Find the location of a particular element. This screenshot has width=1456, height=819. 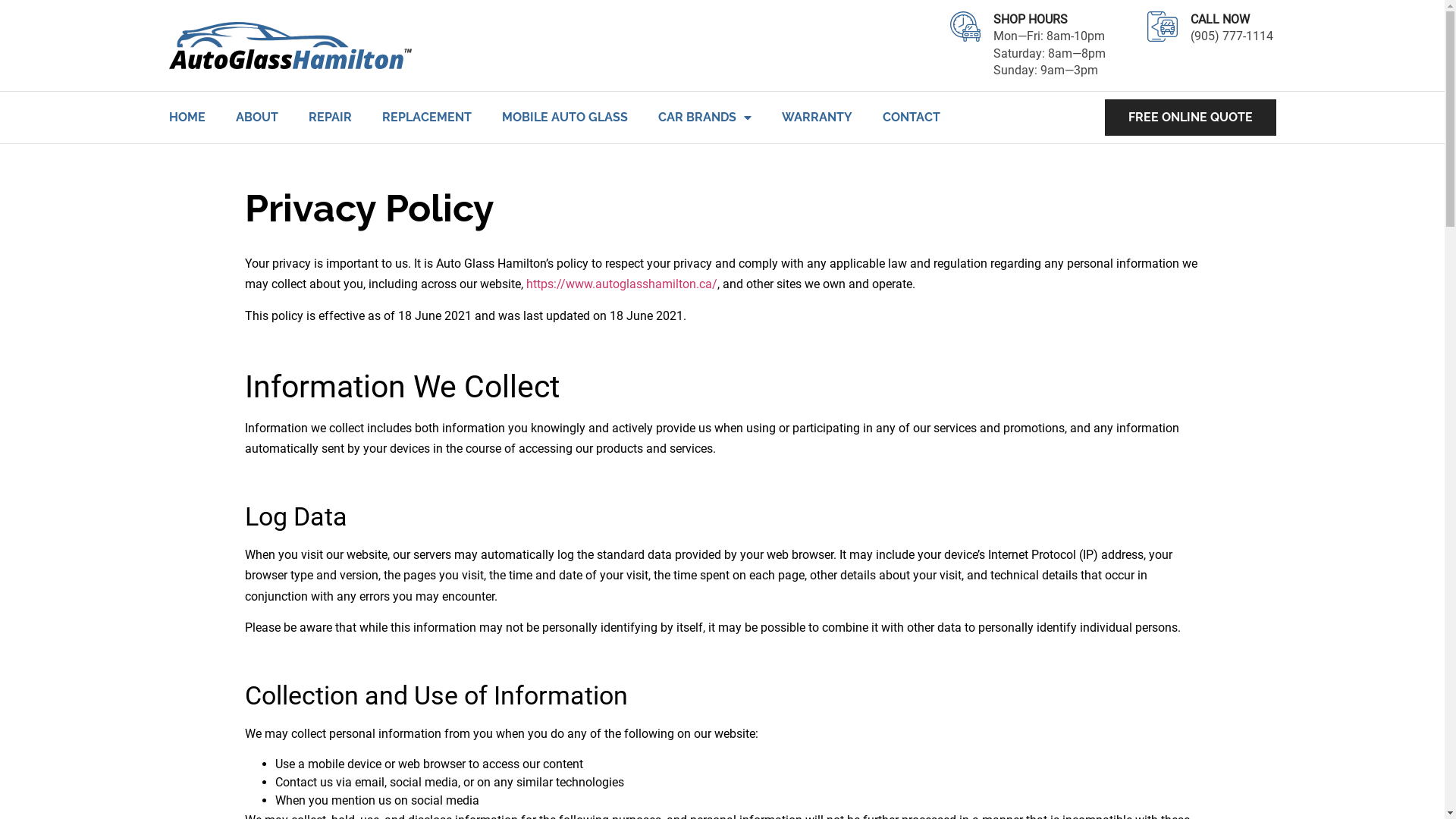

'REPAIR' is located at coordinates (328, 116).